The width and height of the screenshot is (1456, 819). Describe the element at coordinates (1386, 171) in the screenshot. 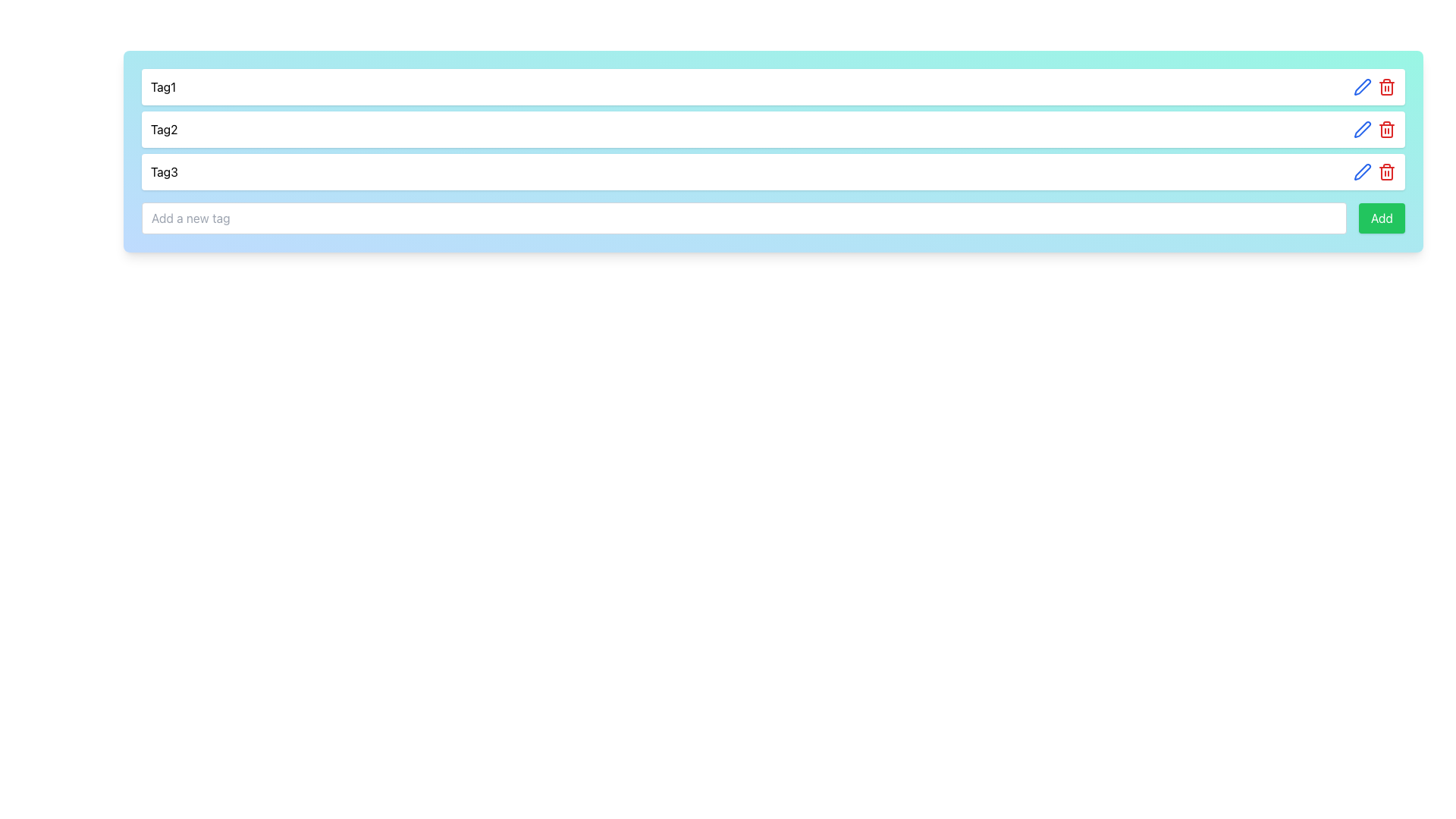

I see `the delete action button located at the far right of each tag item row` at that location.